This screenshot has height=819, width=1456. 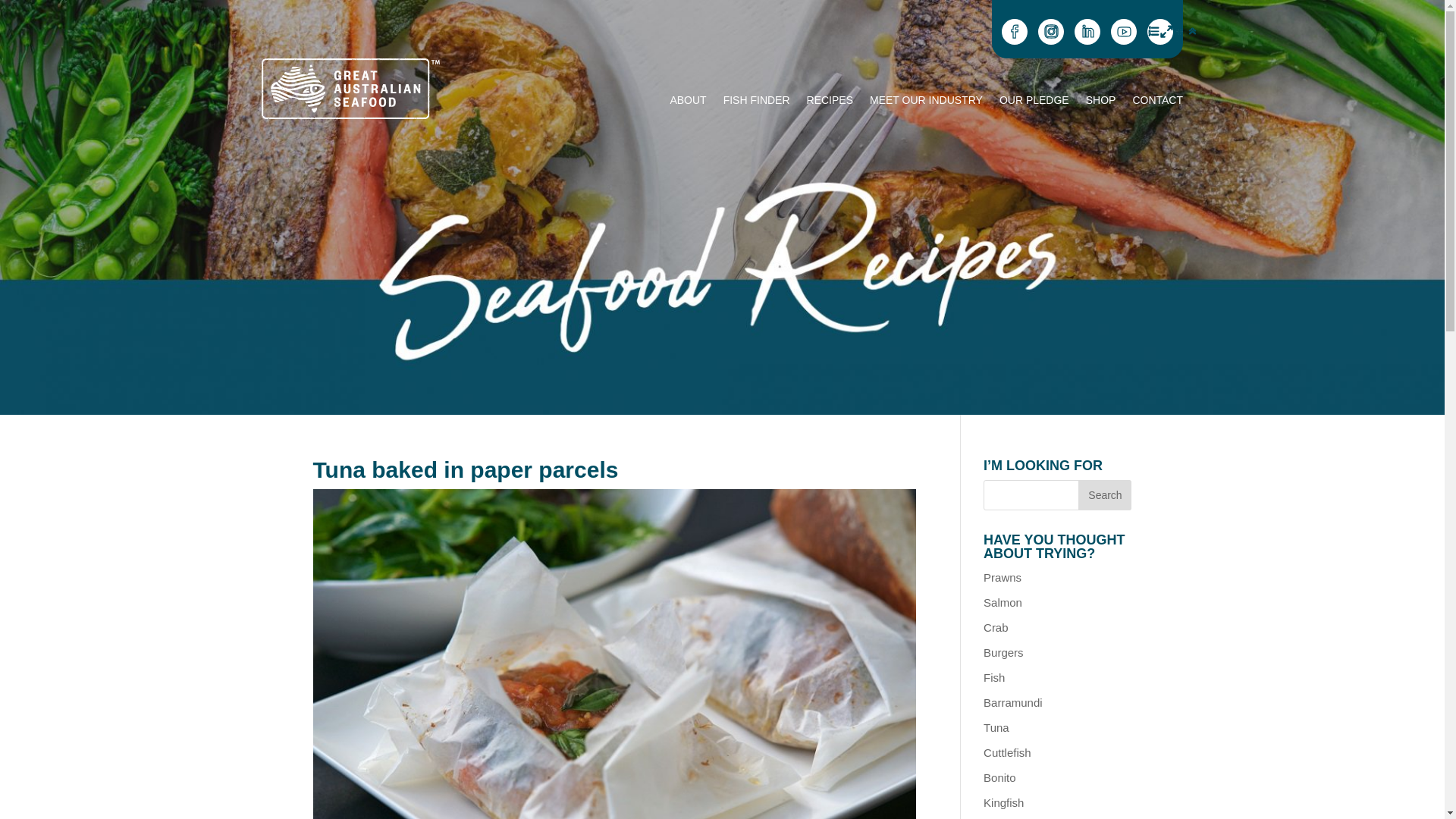 I want to click on 'Salmon', so click(x=1003, y=601).